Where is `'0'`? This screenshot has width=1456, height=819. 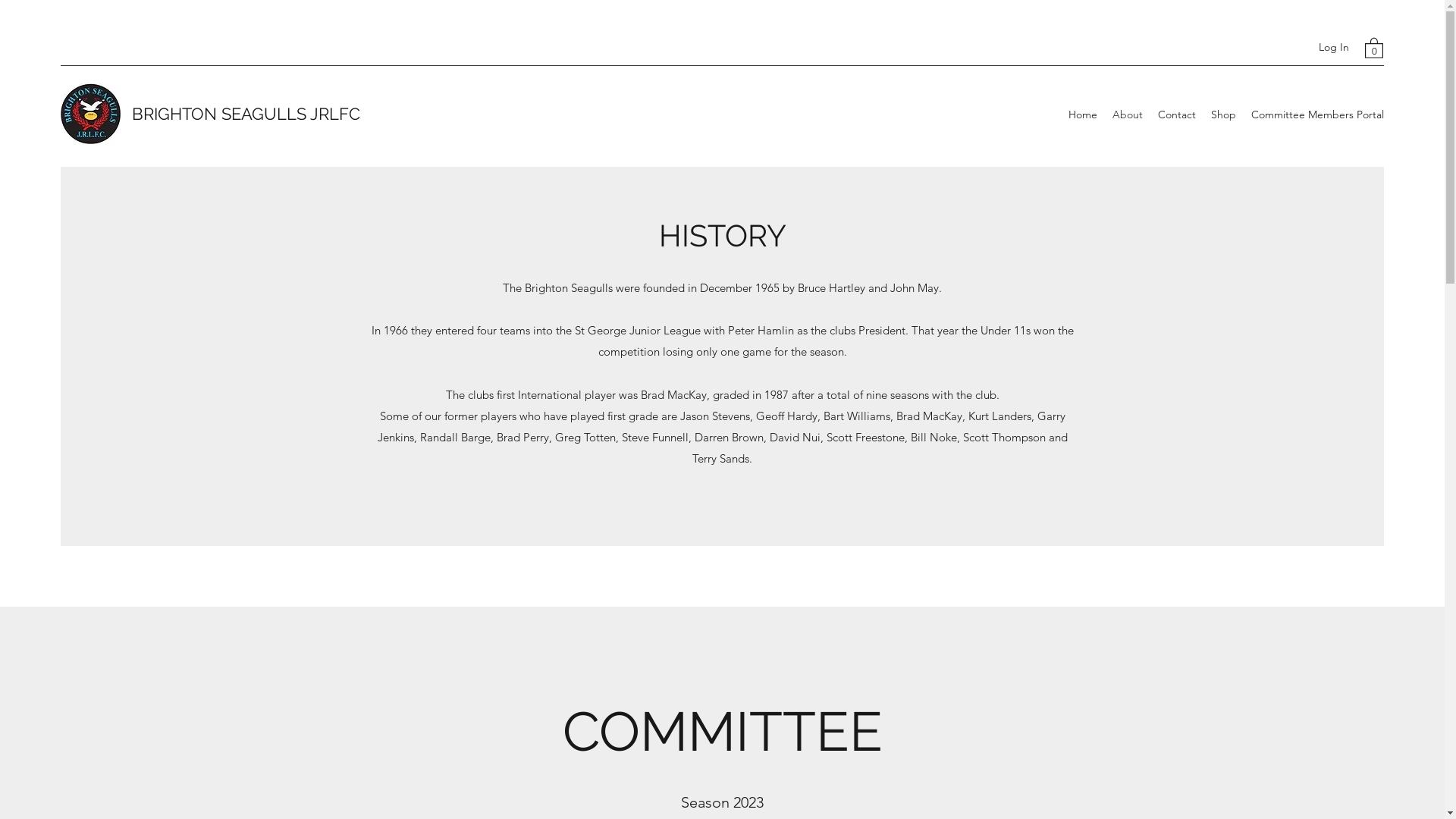 '0' is located at coordinates (1373, 46).